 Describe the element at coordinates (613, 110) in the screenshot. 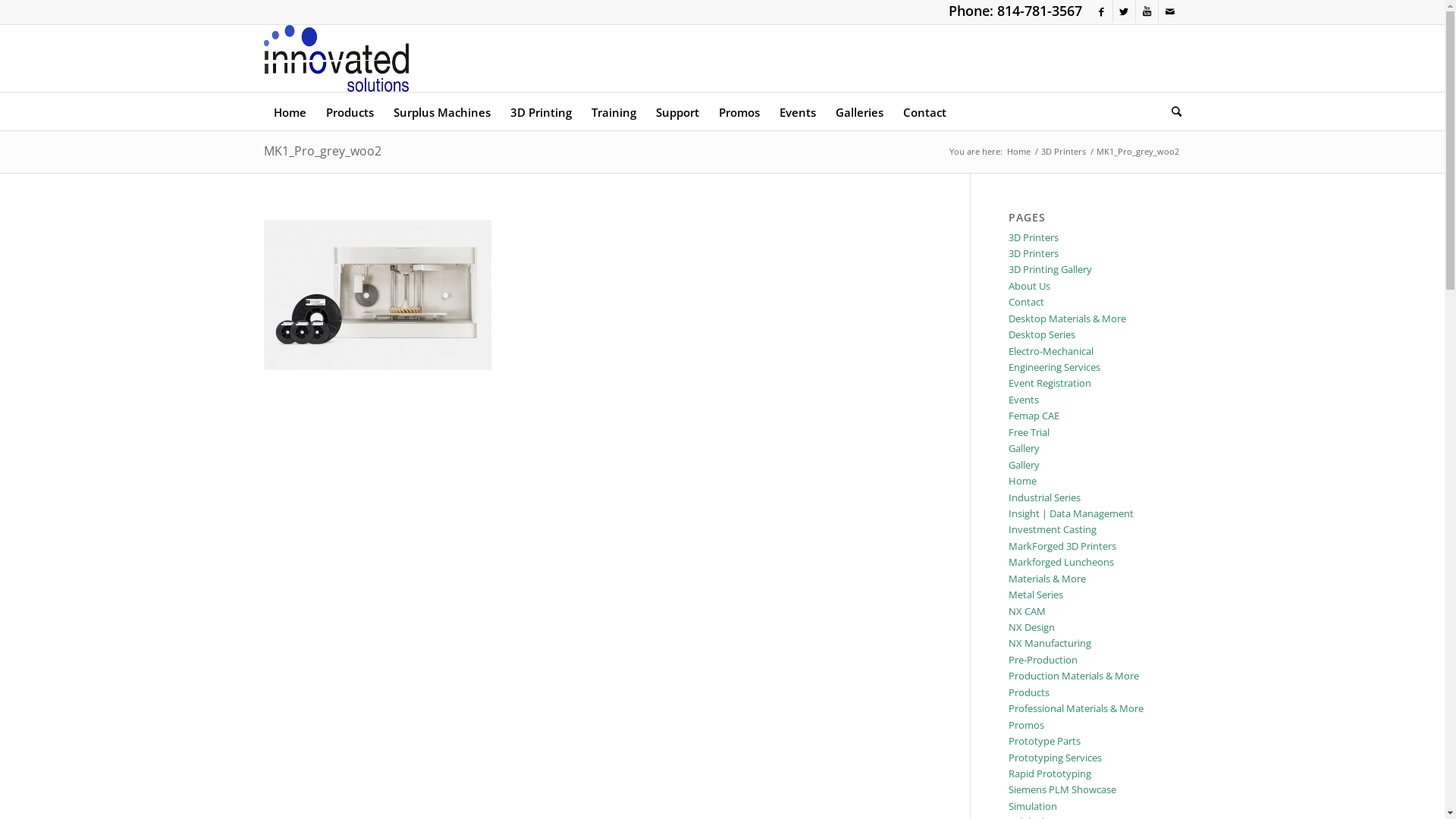

I see `'Training'` at that location.